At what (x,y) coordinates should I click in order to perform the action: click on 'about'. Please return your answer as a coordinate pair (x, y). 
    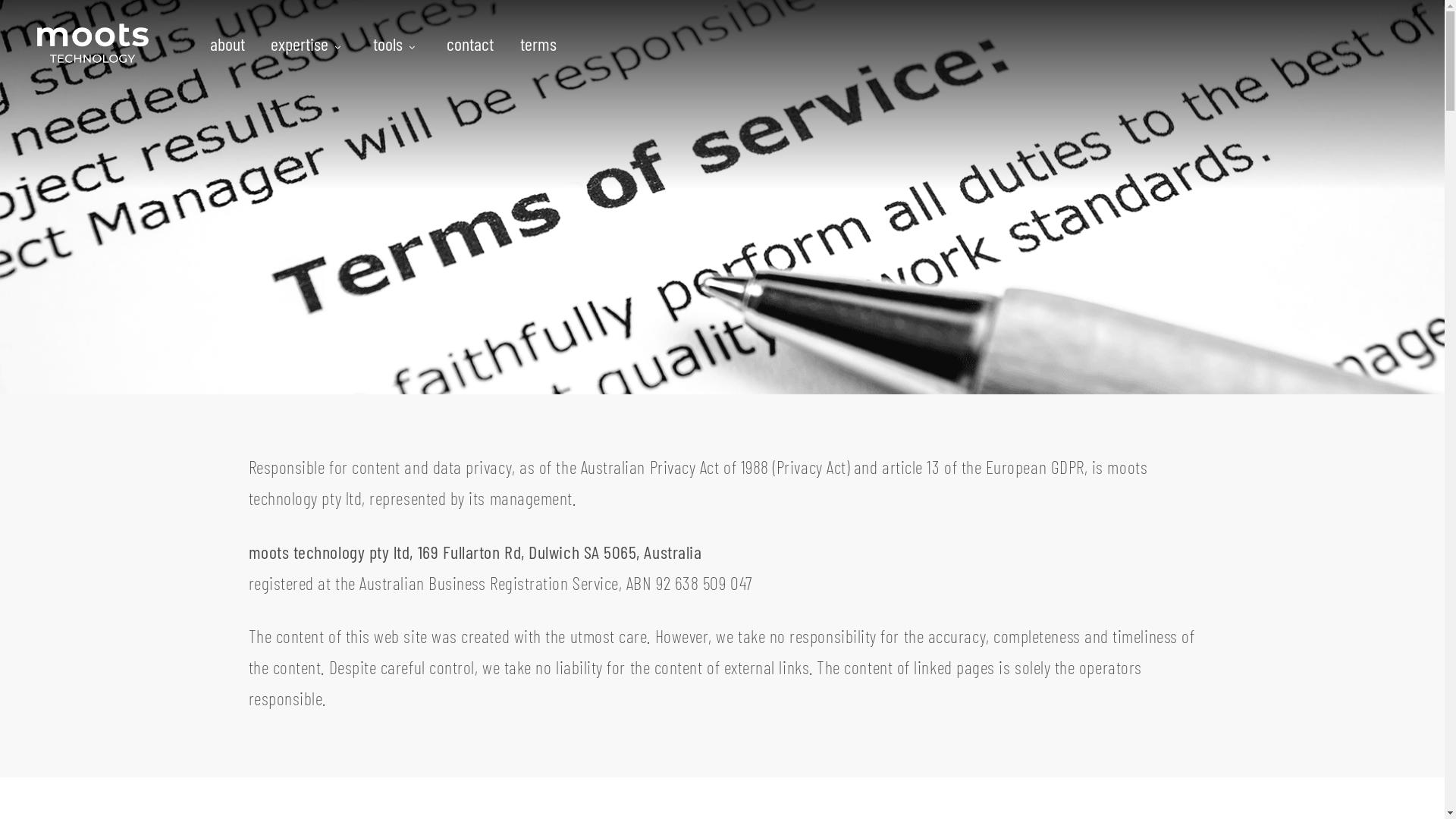
    Looking at the image, I should click on (232, 42).